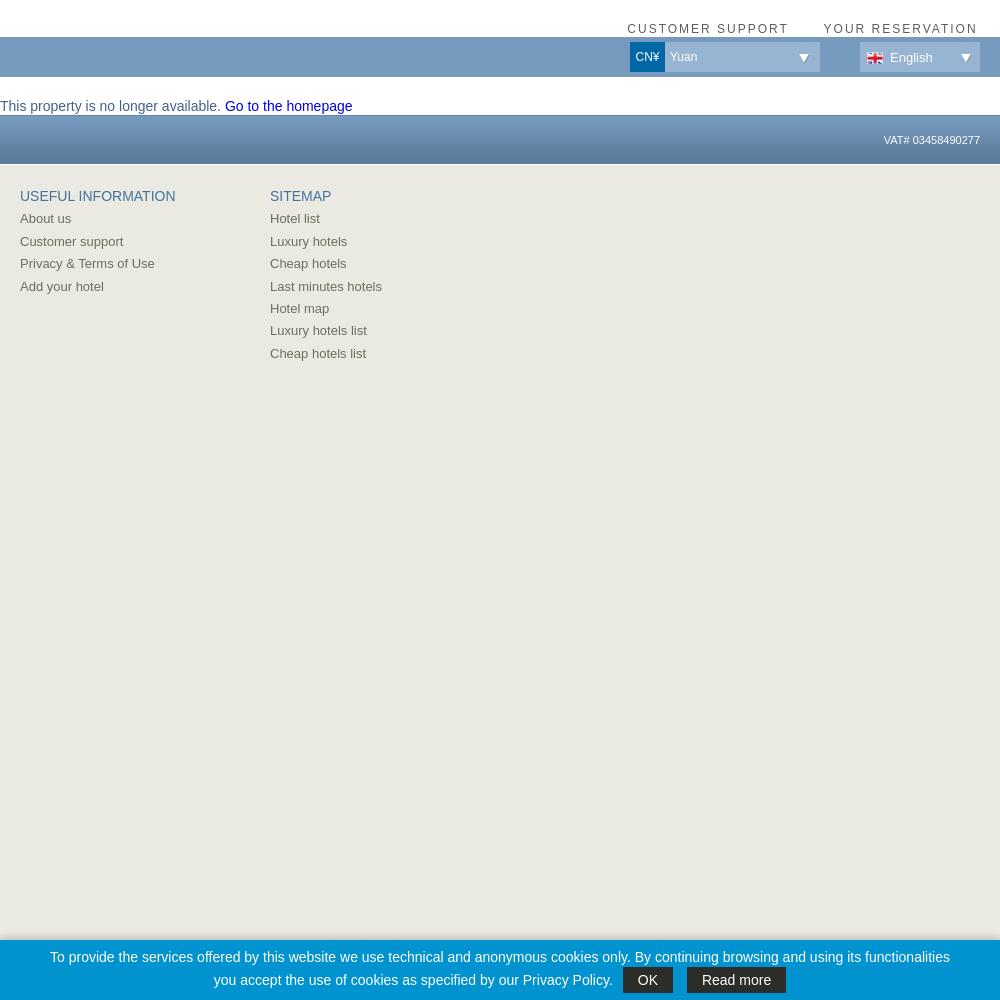  I want to click on 'Luxury hotels', so click(308, 239).